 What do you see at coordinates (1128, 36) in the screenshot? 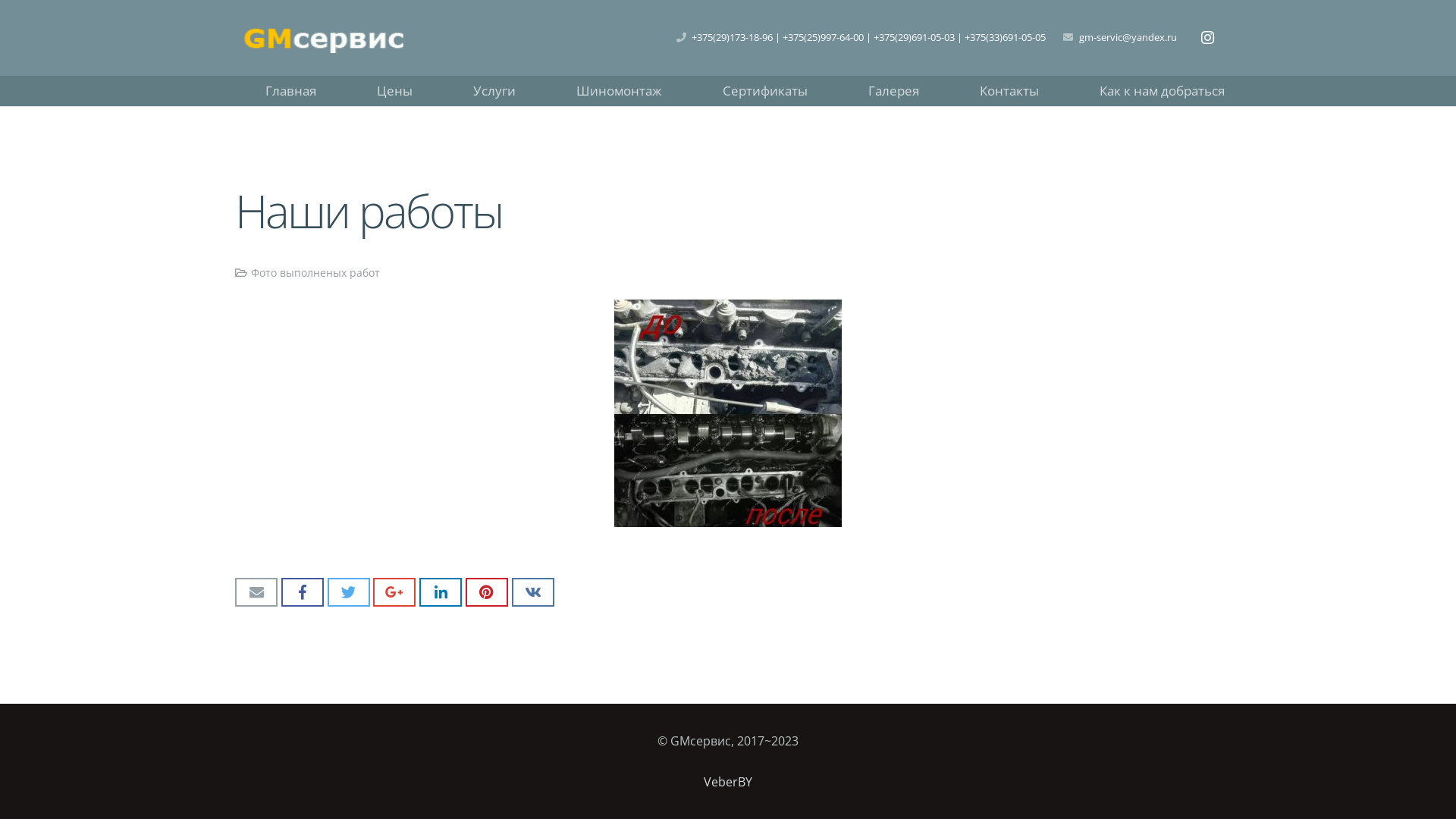
I see `'gm-servic@yandex.ru'` at bounding box center [1128, 36].